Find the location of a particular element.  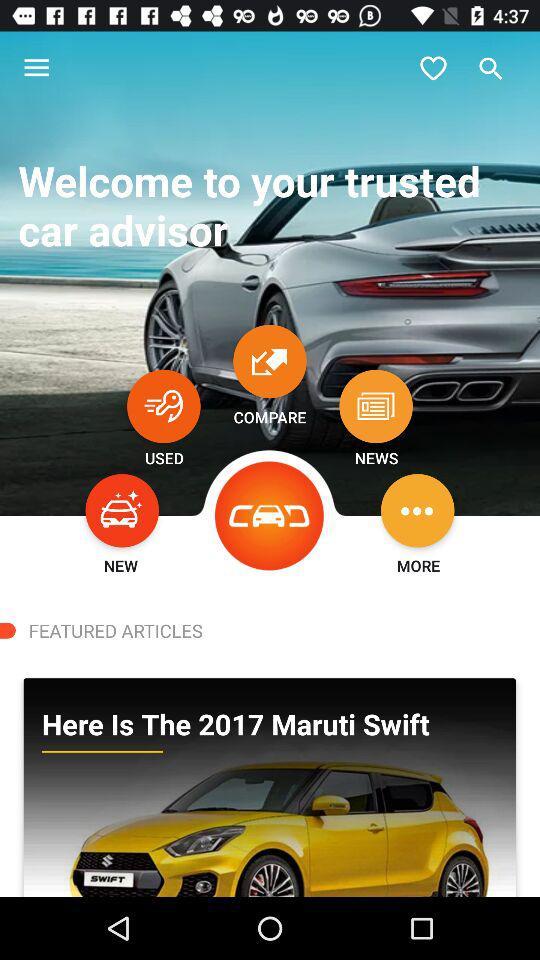

search button is located at coordinates (490, 68).